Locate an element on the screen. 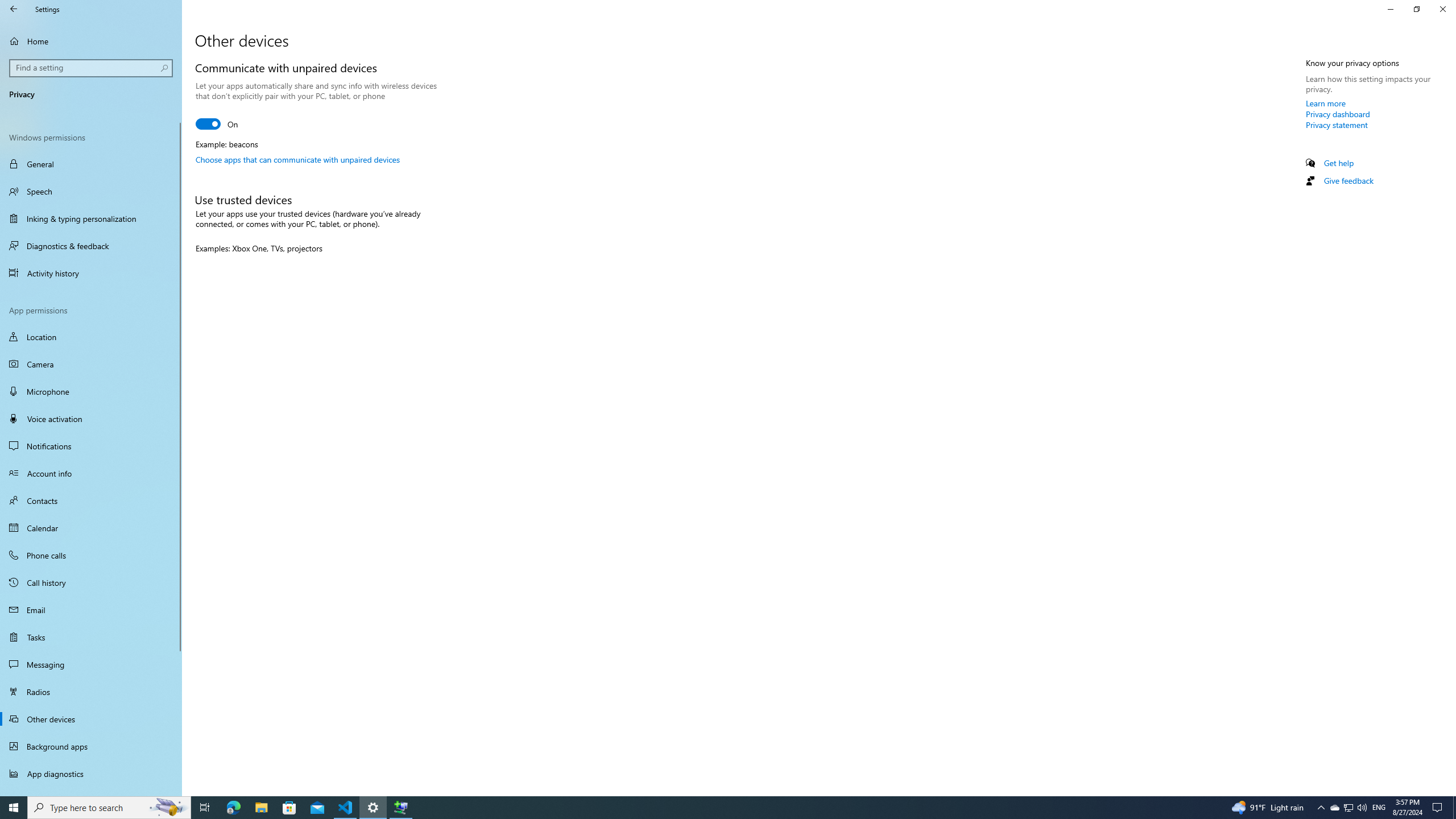 The image size is (1456, 819). 'Voice activation' is located at coordinates (90, 418).